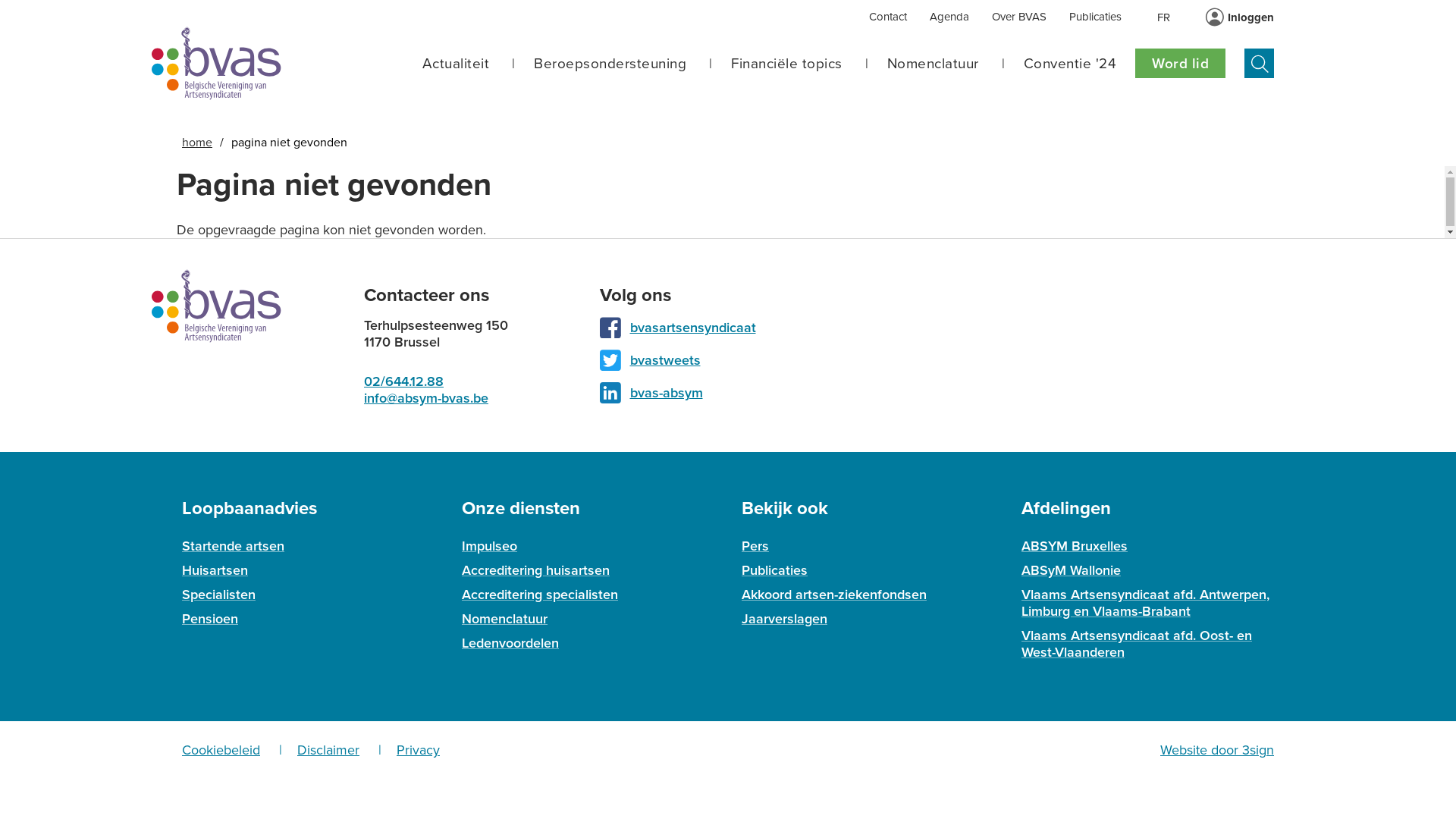 This screenshot has width=1456, height=819. What do you see at coordinates (949, 17) in the screenshot?
I see `'Agenda'` at bounding box center [949, 17].